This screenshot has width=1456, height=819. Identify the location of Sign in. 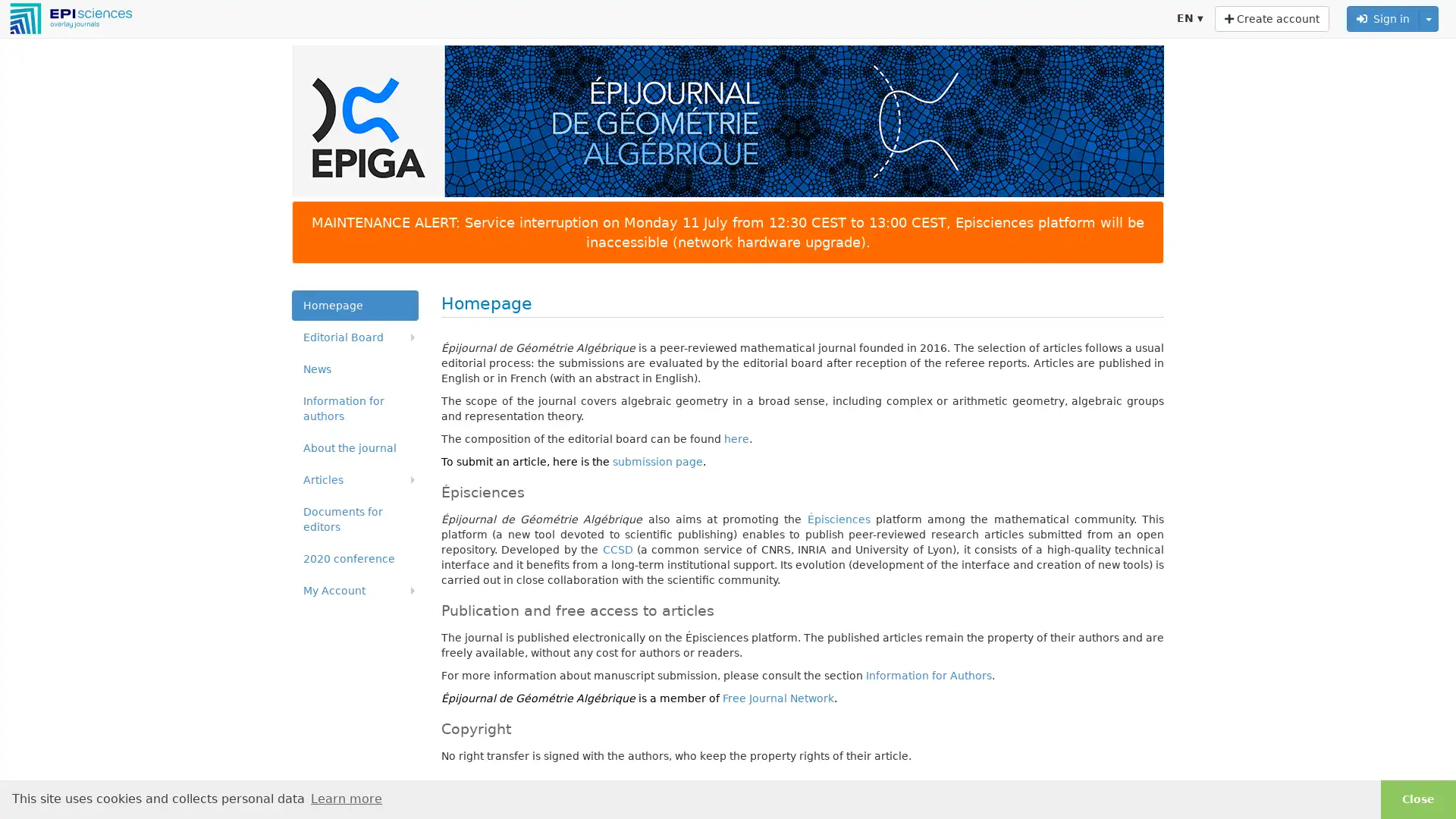
(1383, 18).